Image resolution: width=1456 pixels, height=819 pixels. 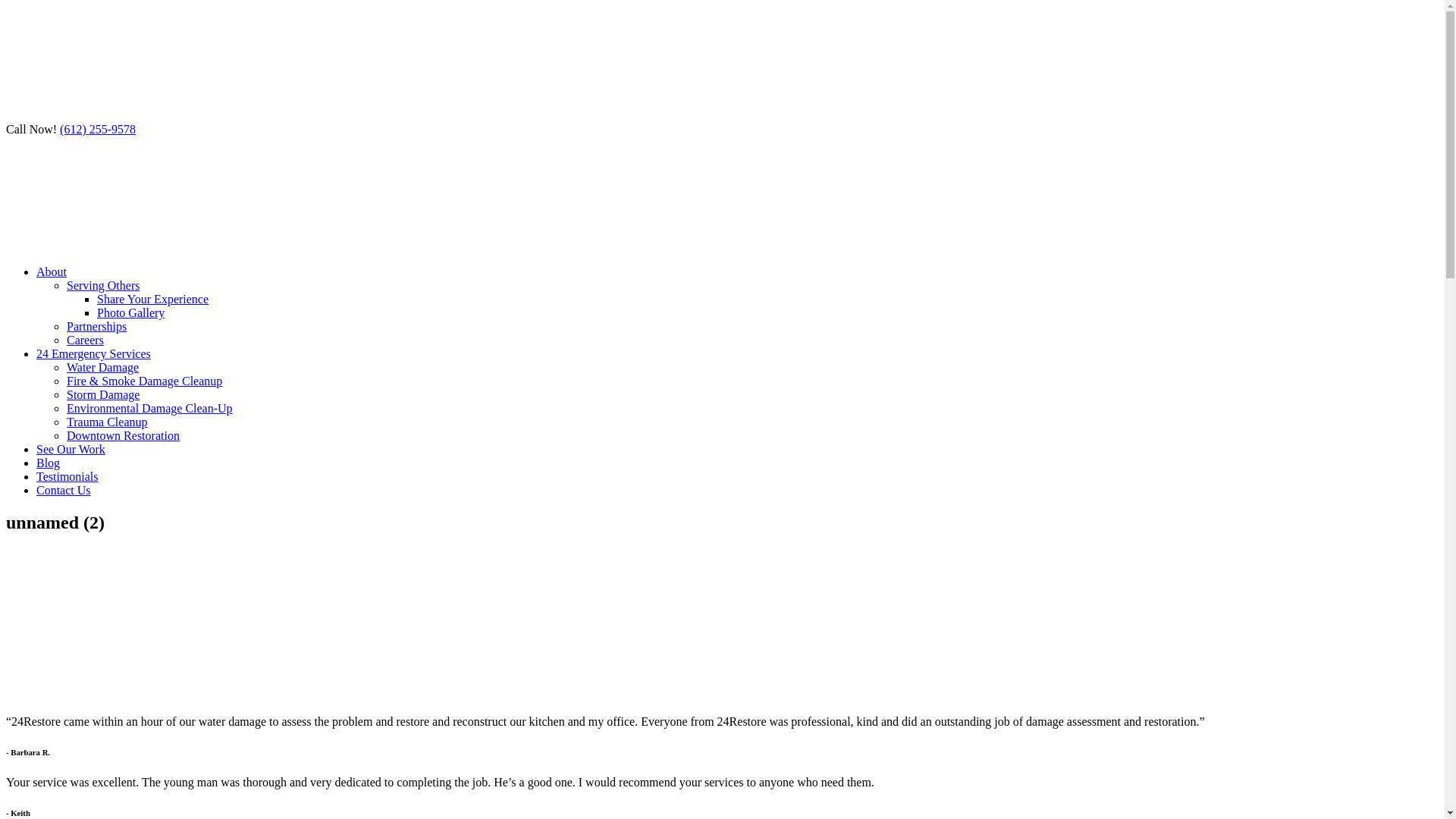 I want to click on 'Testimonials', so click(x=36, y=475).